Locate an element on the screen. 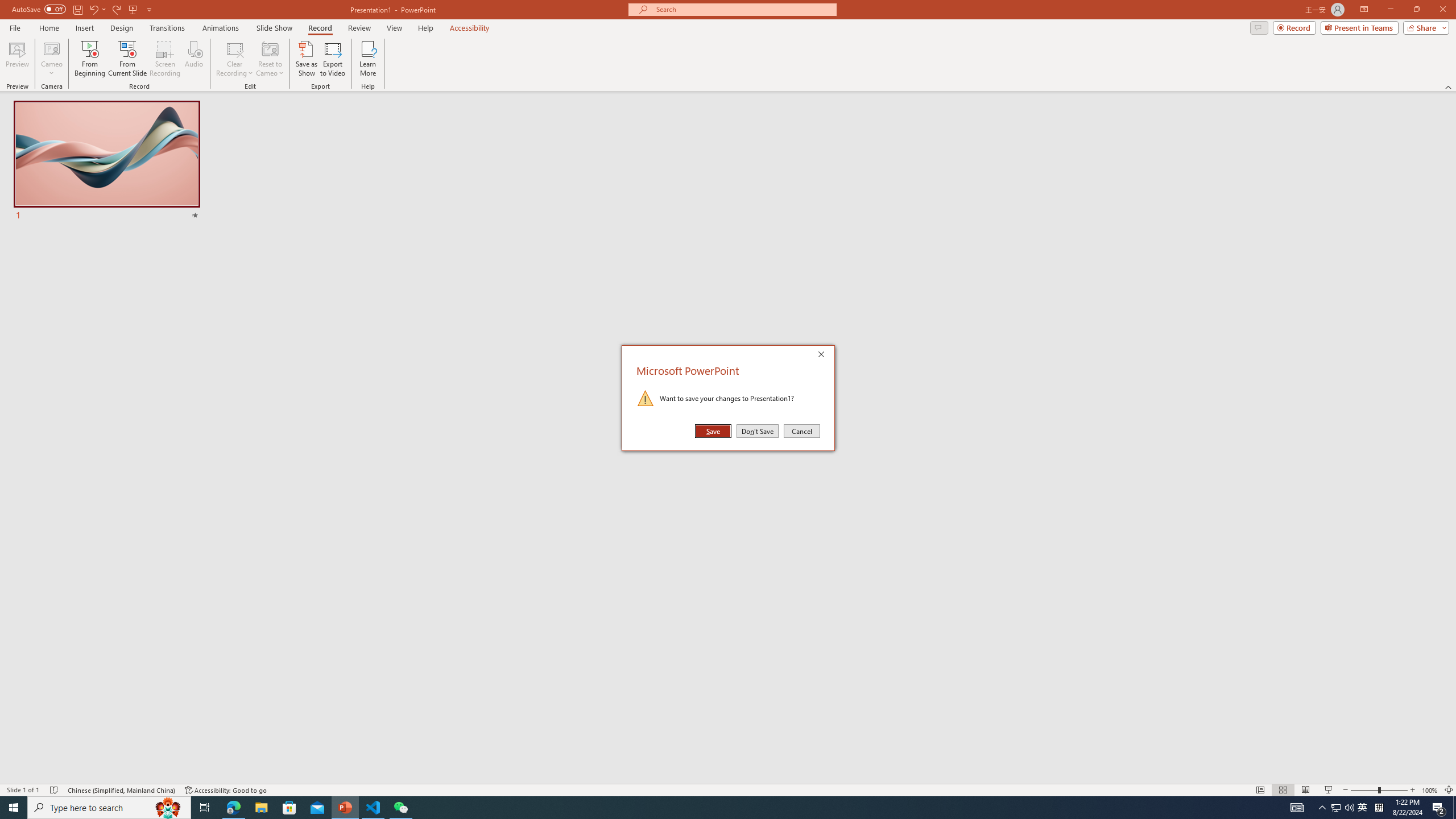 This screenshot has width=1456, height=819. 'Audio' is located at coordinates (193, 59).